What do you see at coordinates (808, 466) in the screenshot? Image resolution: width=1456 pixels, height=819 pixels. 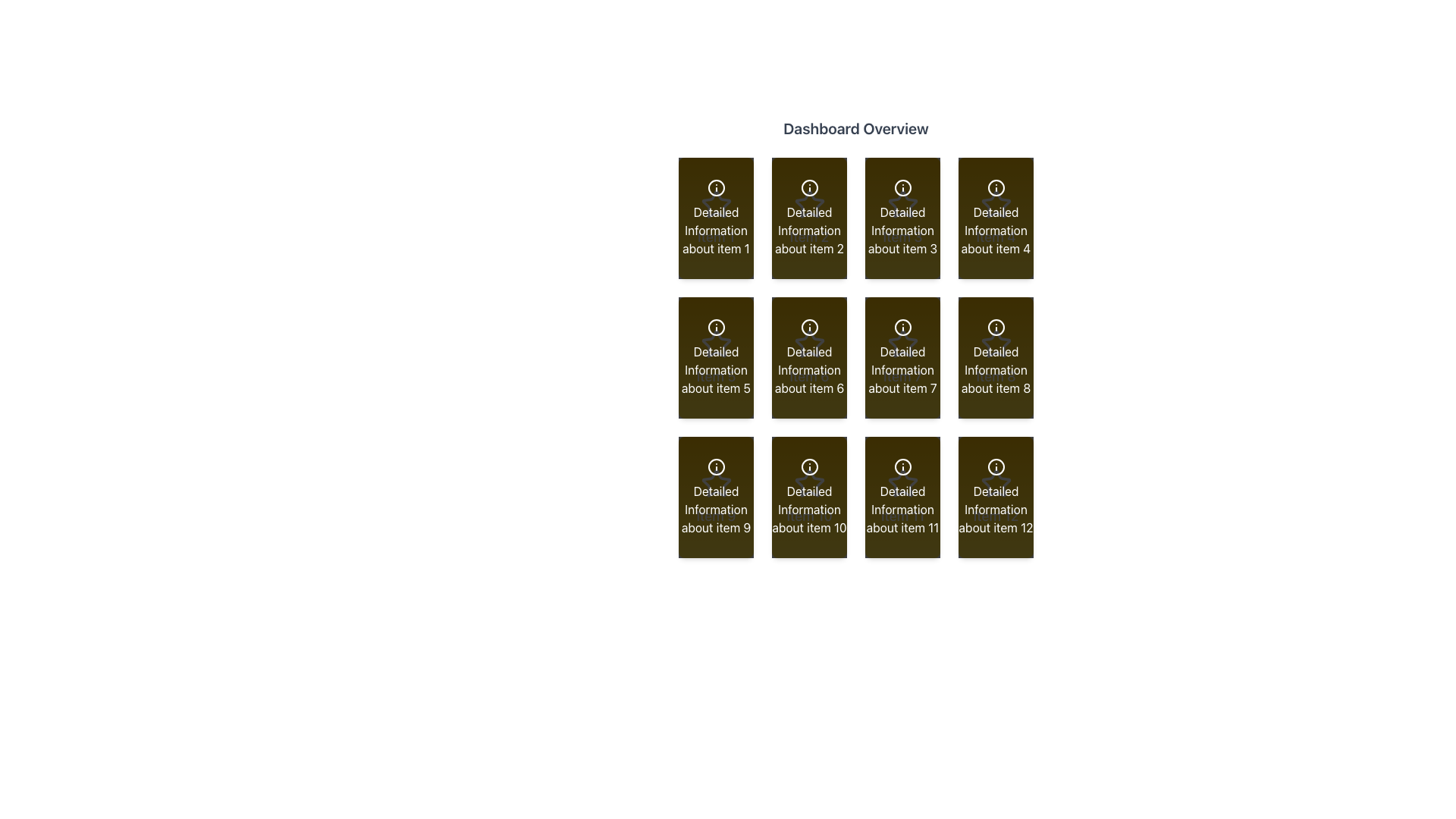 I see `the circular icon with a center dot, styled with a black background and white border, located in the center of the panel labeled 'Detailed Information about item 10'` at bounding box center [808, 466].